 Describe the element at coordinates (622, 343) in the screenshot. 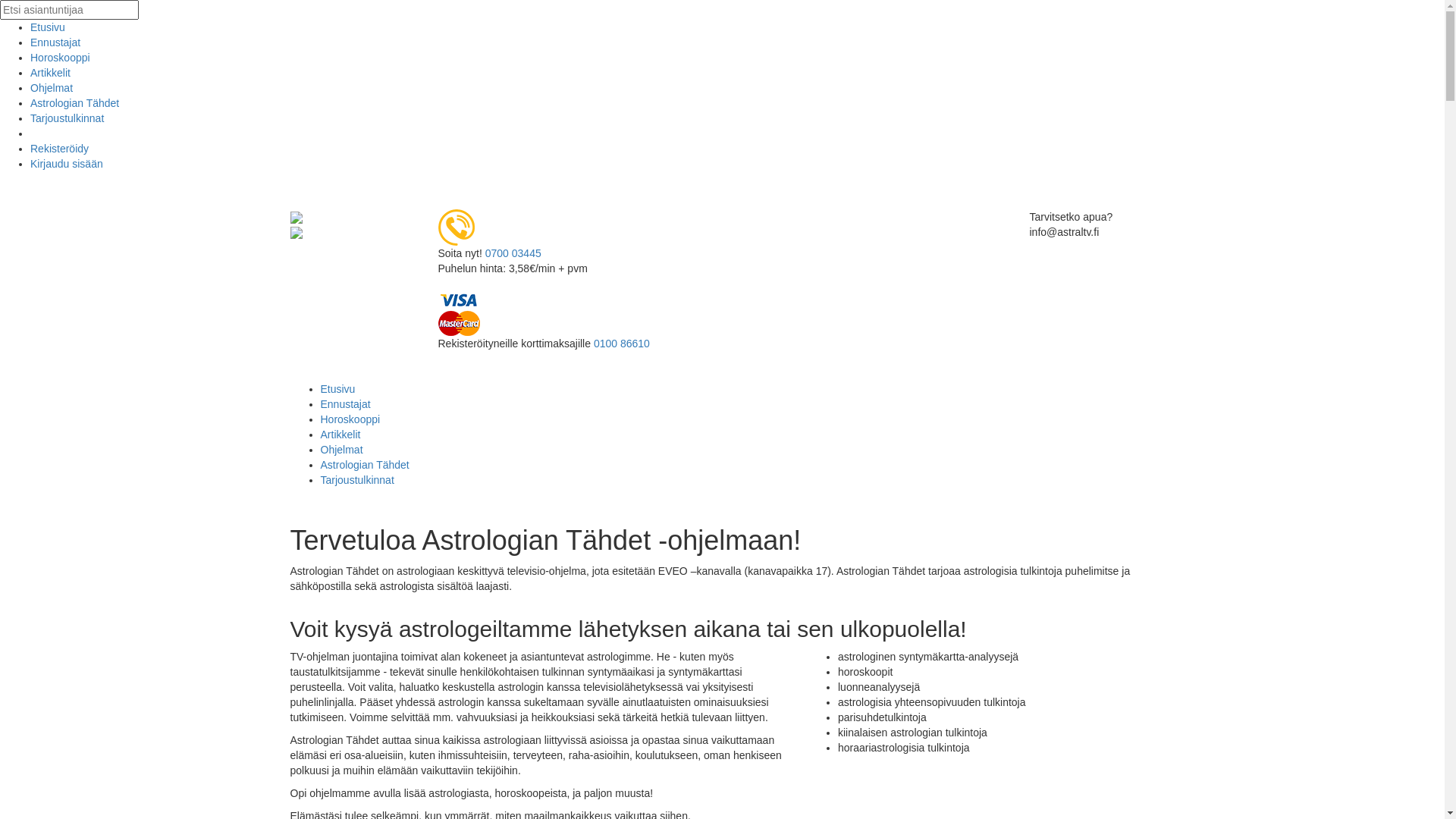

I see `'0100 86610'` at that location.